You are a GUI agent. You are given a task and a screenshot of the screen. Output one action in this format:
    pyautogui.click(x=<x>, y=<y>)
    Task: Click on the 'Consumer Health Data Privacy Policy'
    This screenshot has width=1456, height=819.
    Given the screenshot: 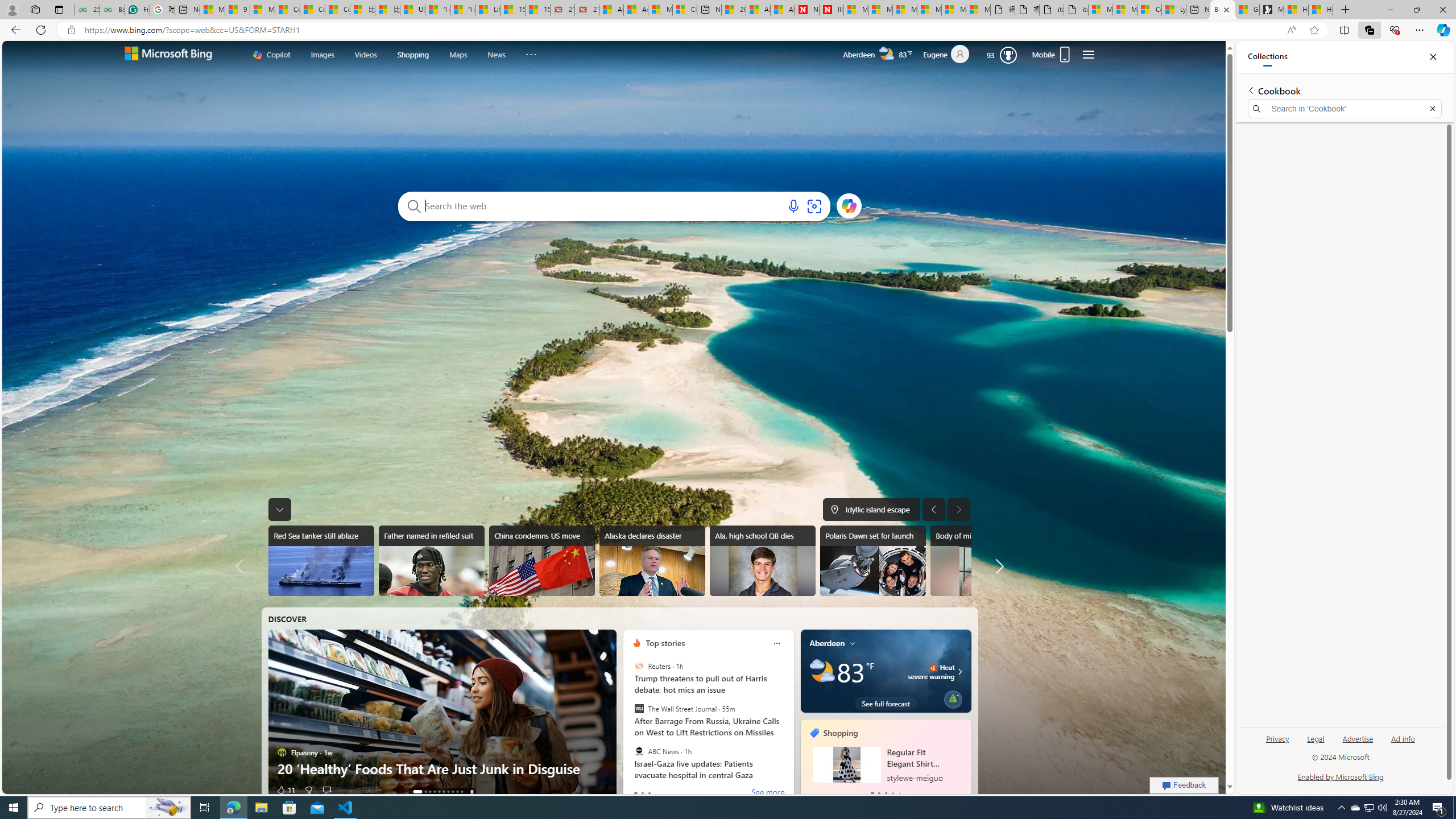 What is the action you would take?
    pyautogui.click(x=1149, y=9)
    